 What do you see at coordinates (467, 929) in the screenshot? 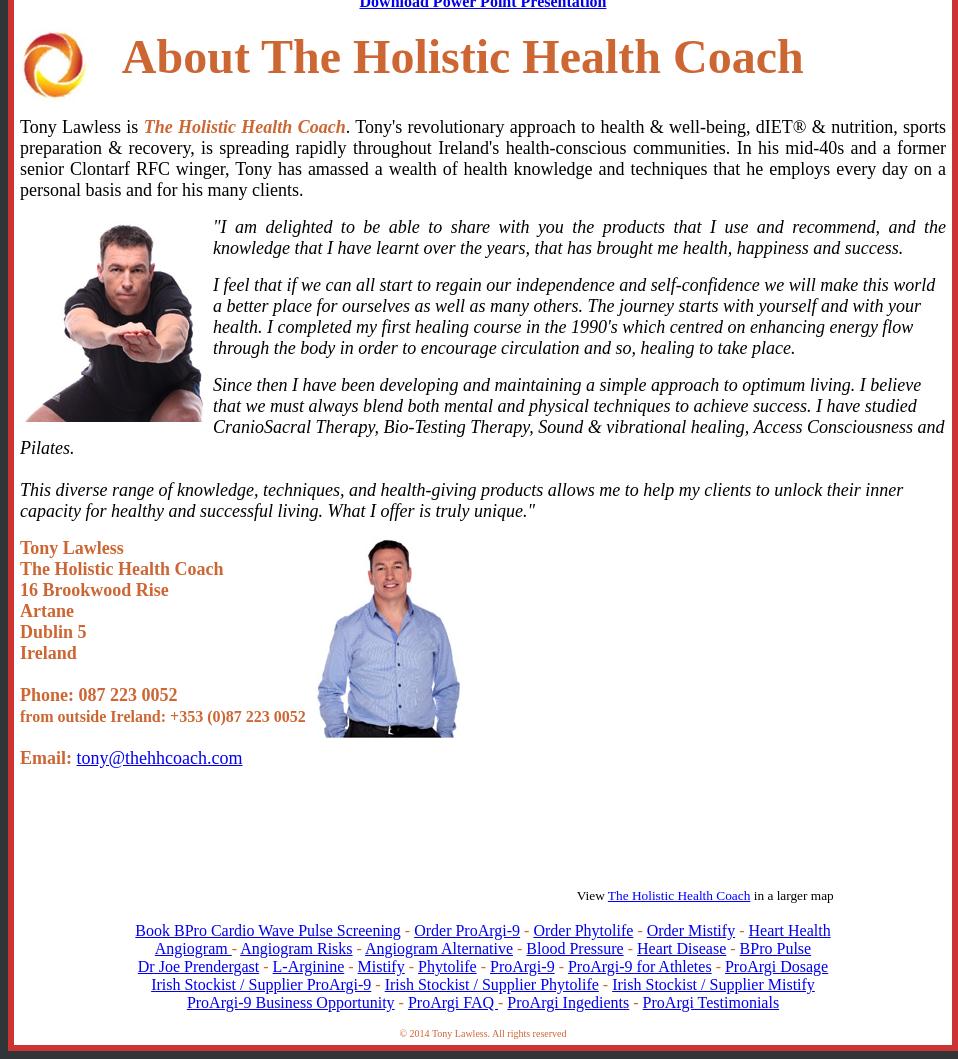
I see `'Order ProArgi-9'` at bounding box center [467, 929].